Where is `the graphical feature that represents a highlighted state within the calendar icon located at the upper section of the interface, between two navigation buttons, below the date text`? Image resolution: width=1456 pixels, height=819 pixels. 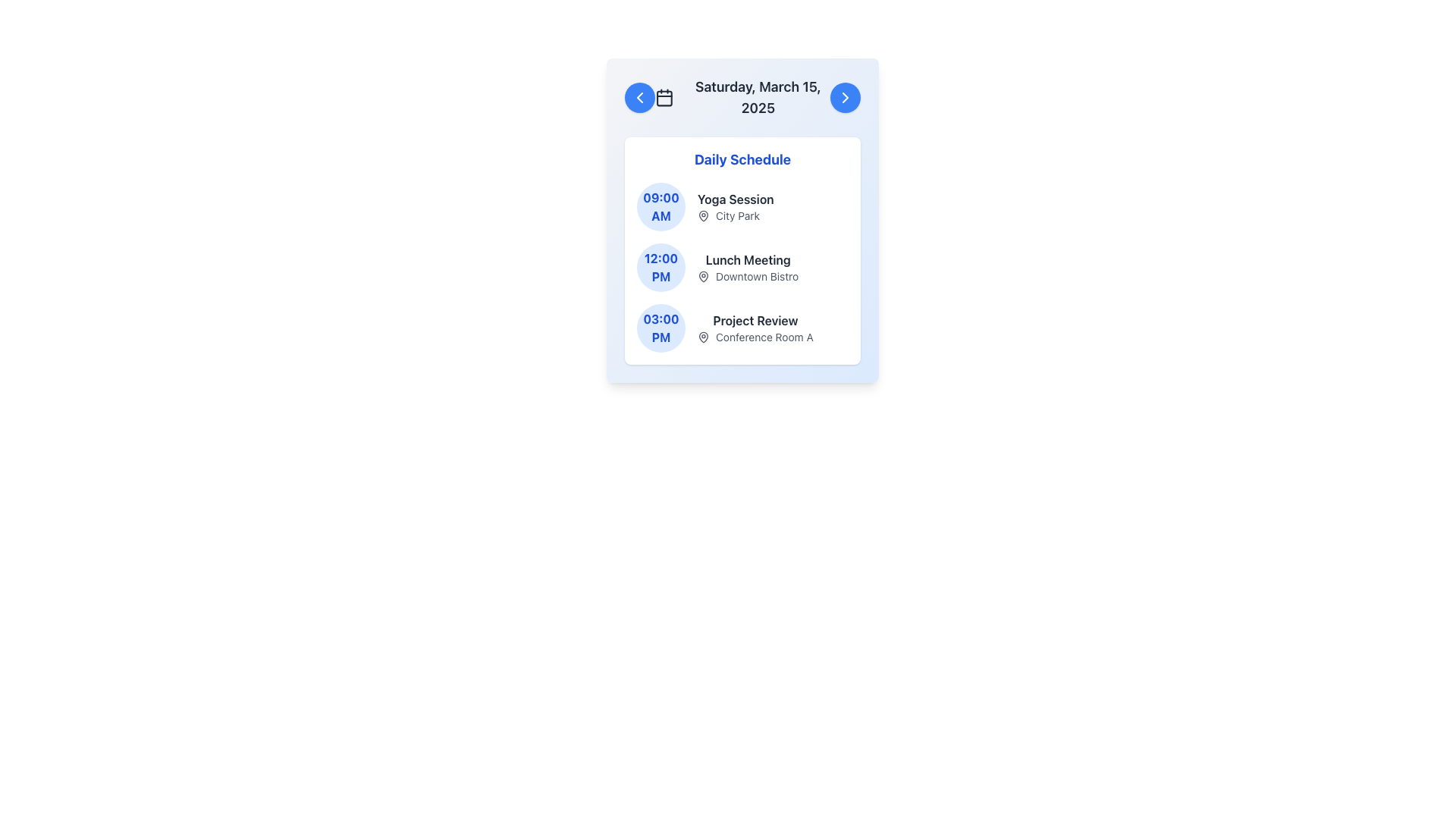 the graphical feature that represents a highlighted state within the calendar icon located at the upper section of the interface, between two navigation buttons, below the date text is located at coordinates (664, 99).